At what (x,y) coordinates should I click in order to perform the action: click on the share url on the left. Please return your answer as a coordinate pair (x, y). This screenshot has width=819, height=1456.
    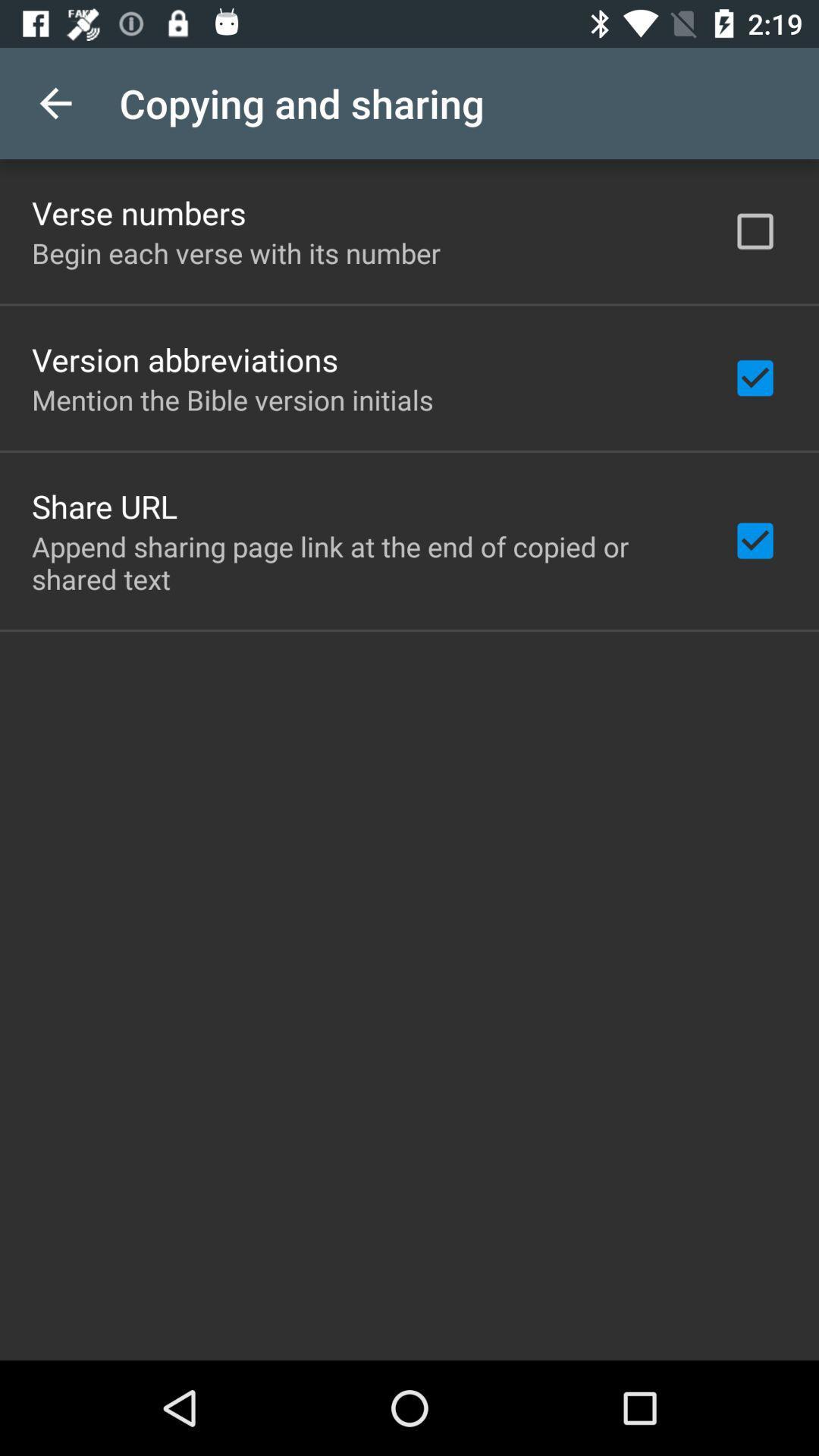
    Looking at the image, I should click on (104, 506).